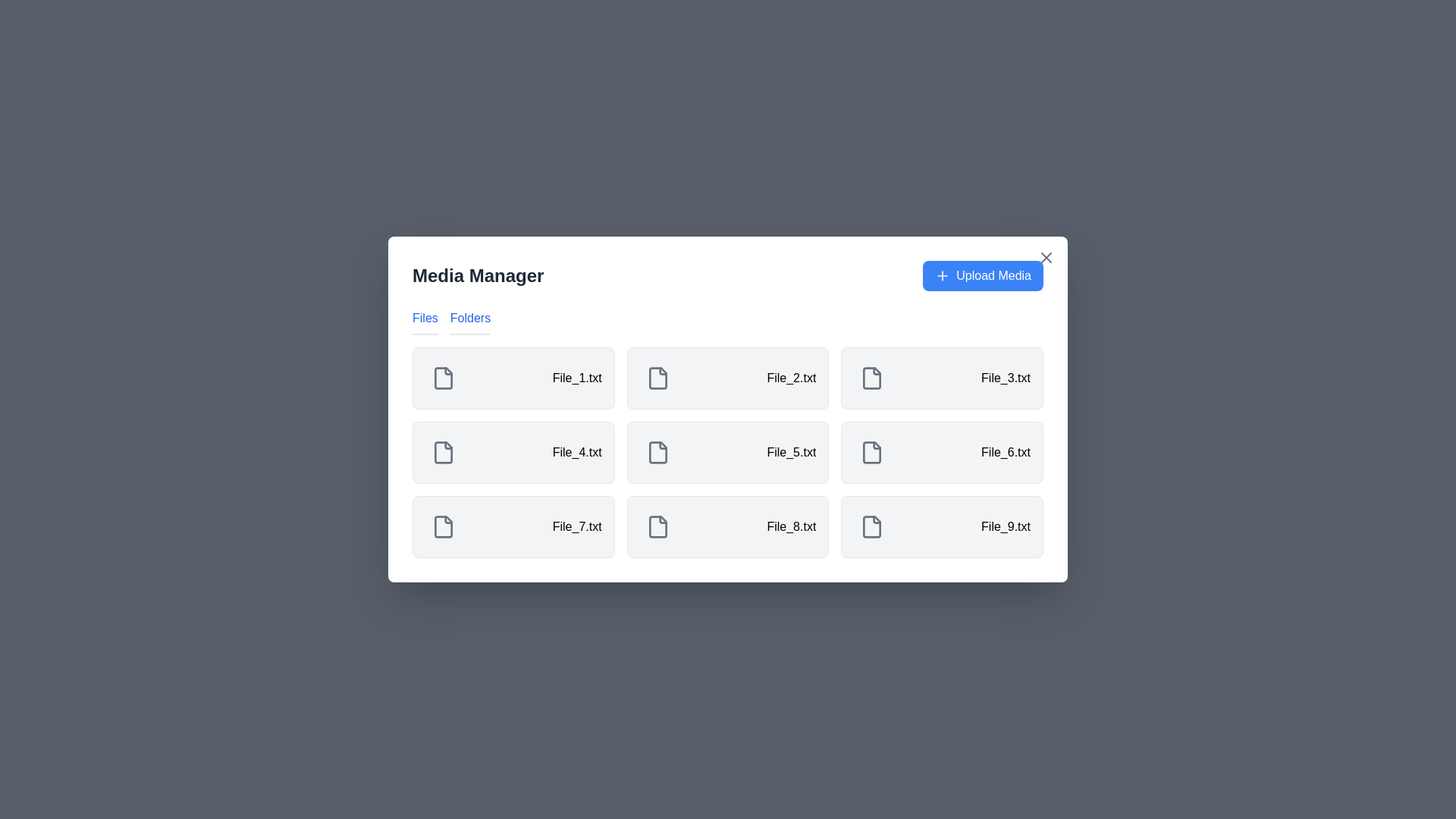  What do you see at coordinates (576, 526) in the screenshot?
I see `the text label displaying 'File_7.txt' located in the third row, first column of the file list grid layout` at bounding box center [576, 526].